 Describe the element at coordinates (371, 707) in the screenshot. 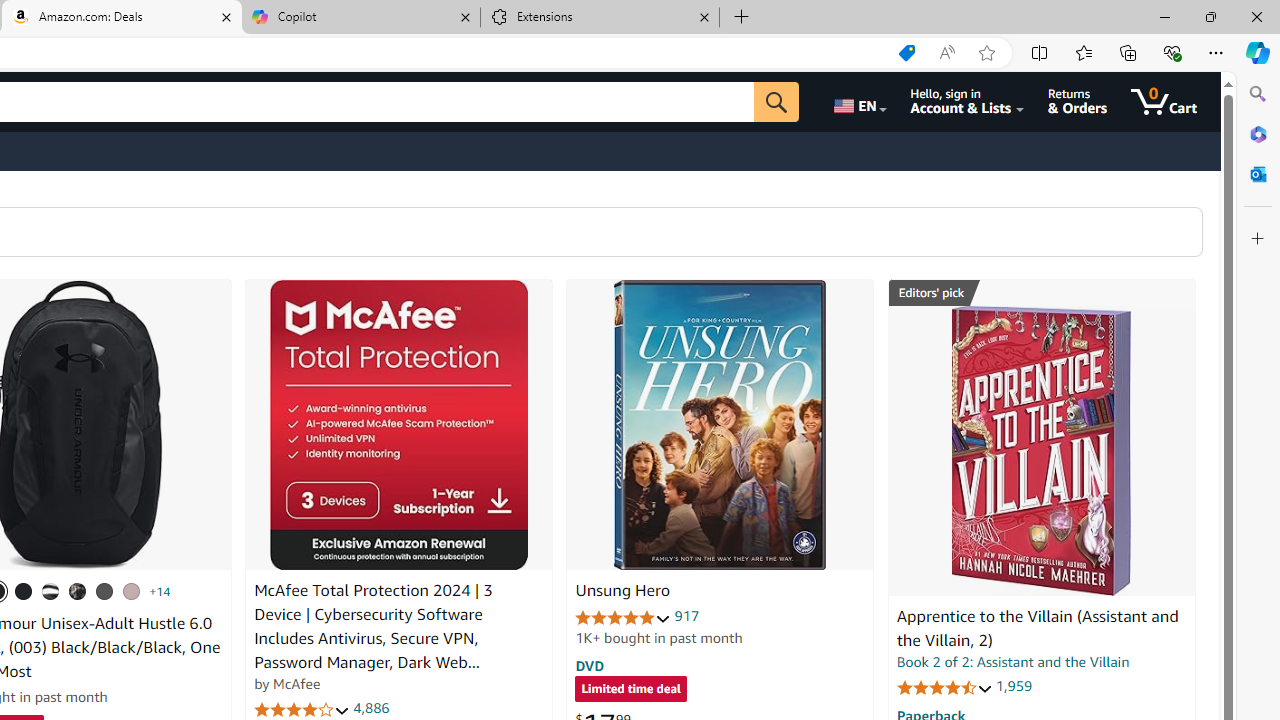

I see `'4,886'` at that location.